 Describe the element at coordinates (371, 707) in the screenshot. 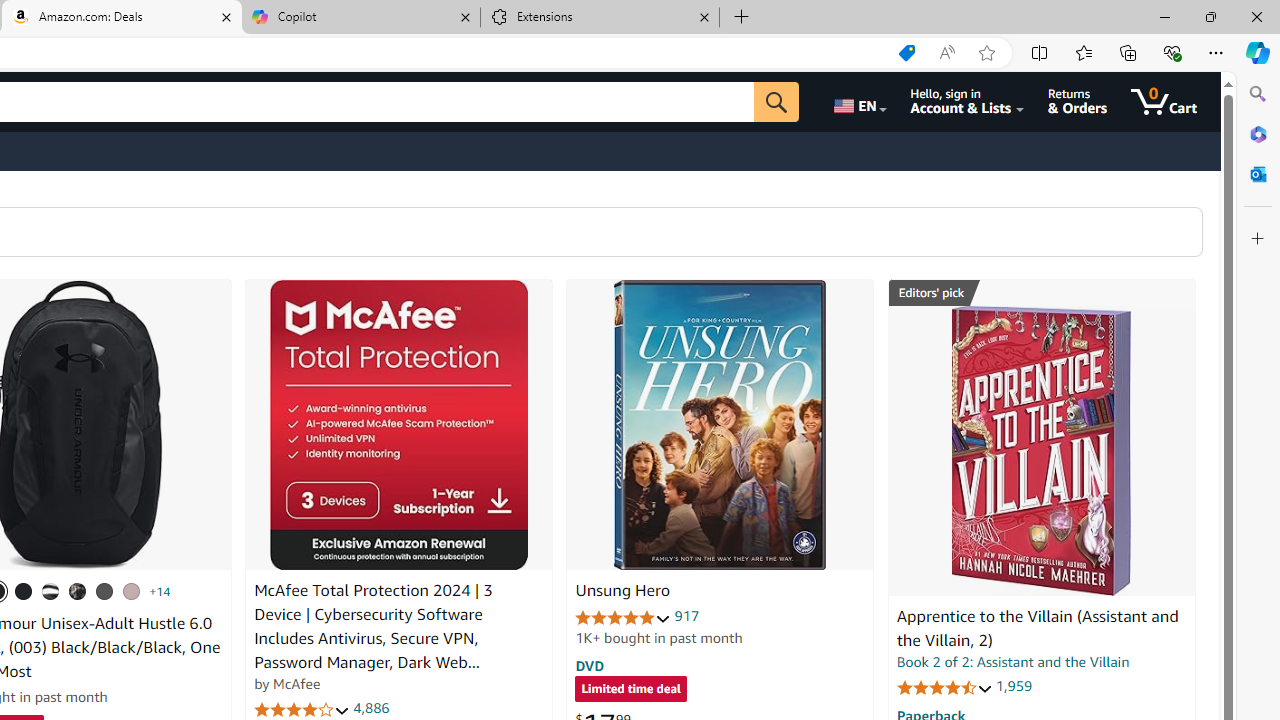

I see `'4,886'` at that location.